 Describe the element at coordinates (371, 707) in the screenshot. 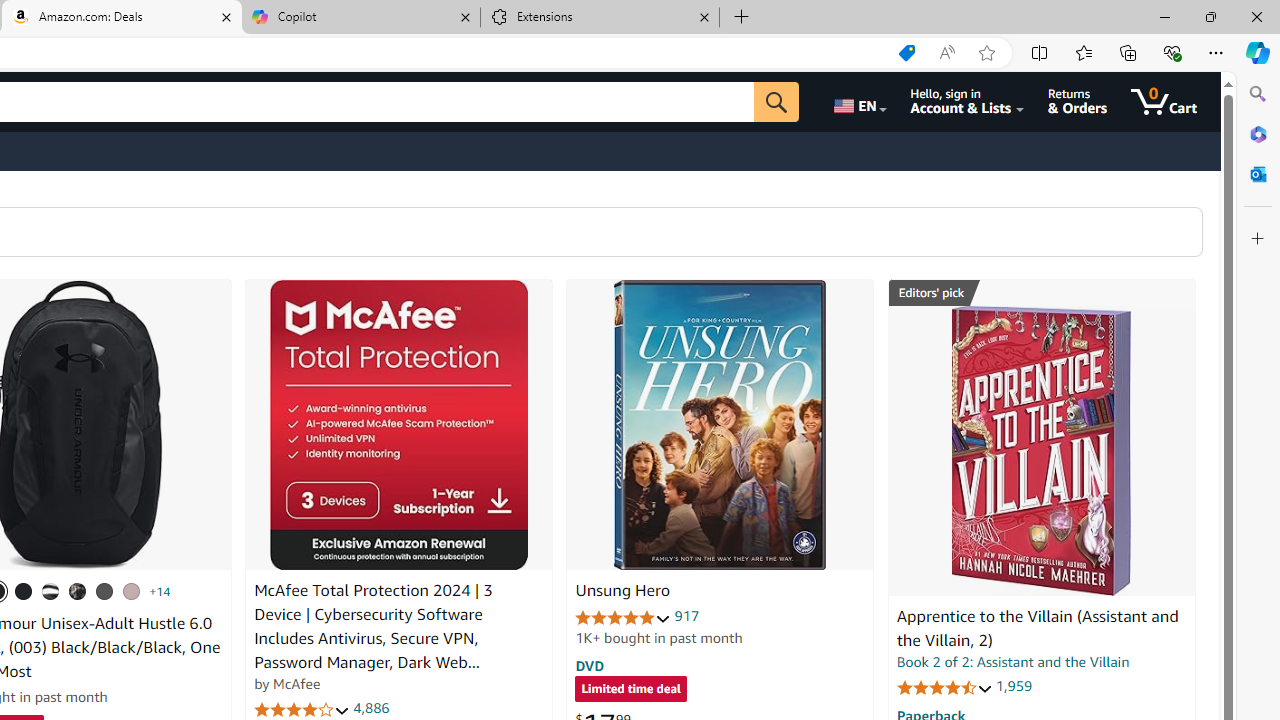

I see `'4,886'` at that location.